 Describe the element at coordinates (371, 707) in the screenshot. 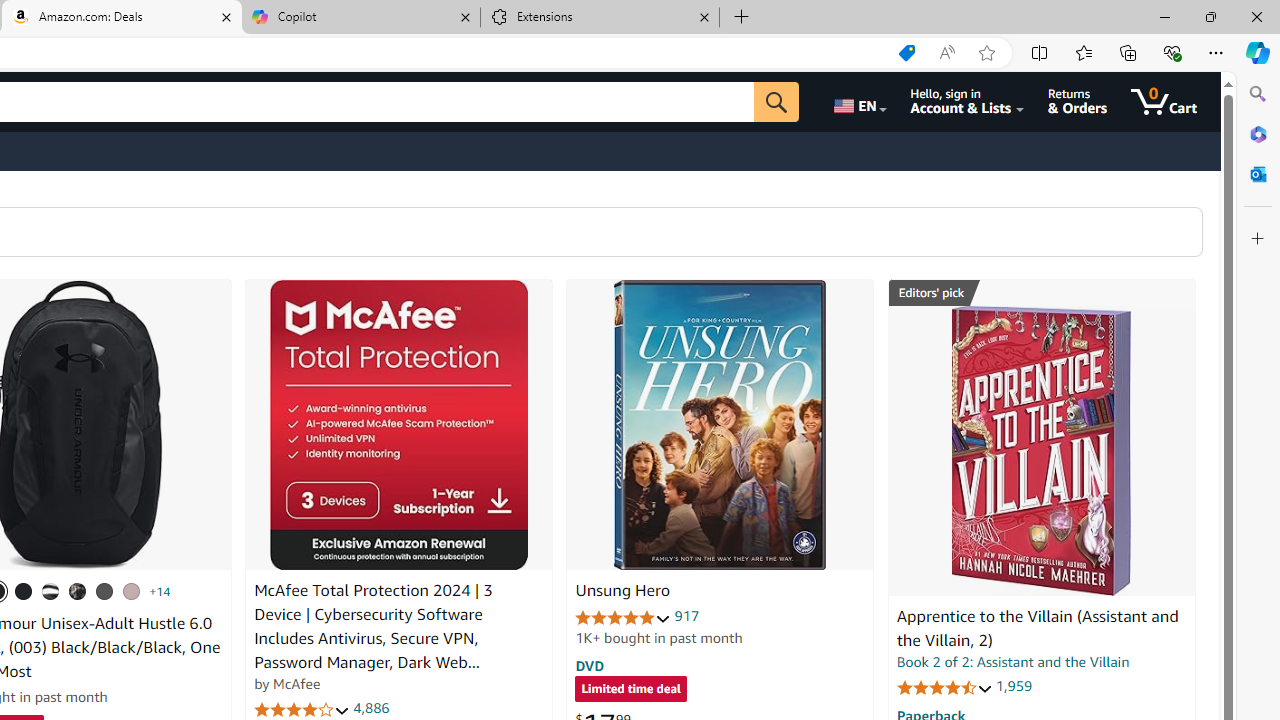

I see `'4,886'` at that location.